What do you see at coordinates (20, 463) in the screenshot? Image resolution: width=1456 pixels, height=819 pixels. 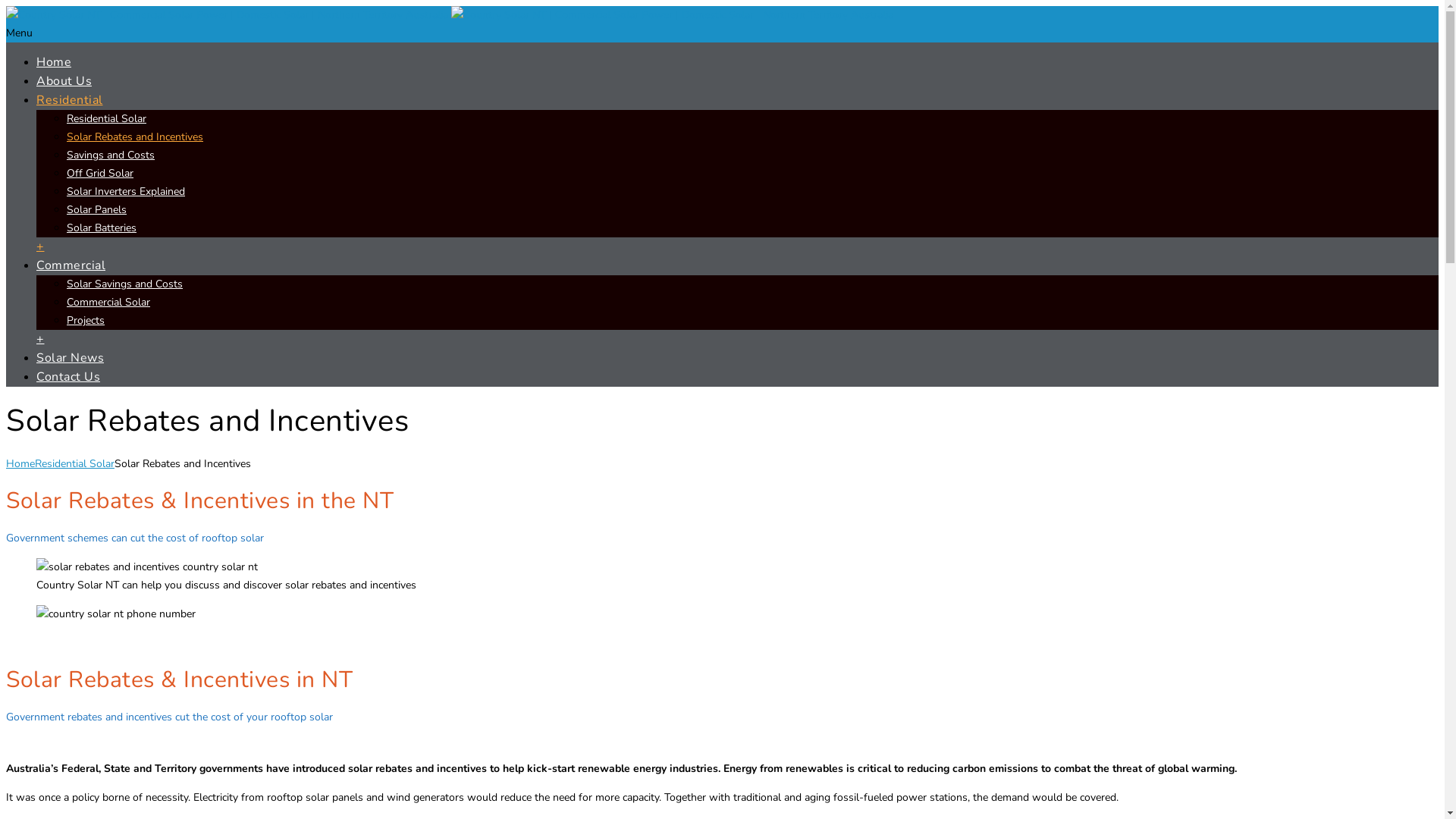 I see `'Home'` at bounding box center [20, 463].